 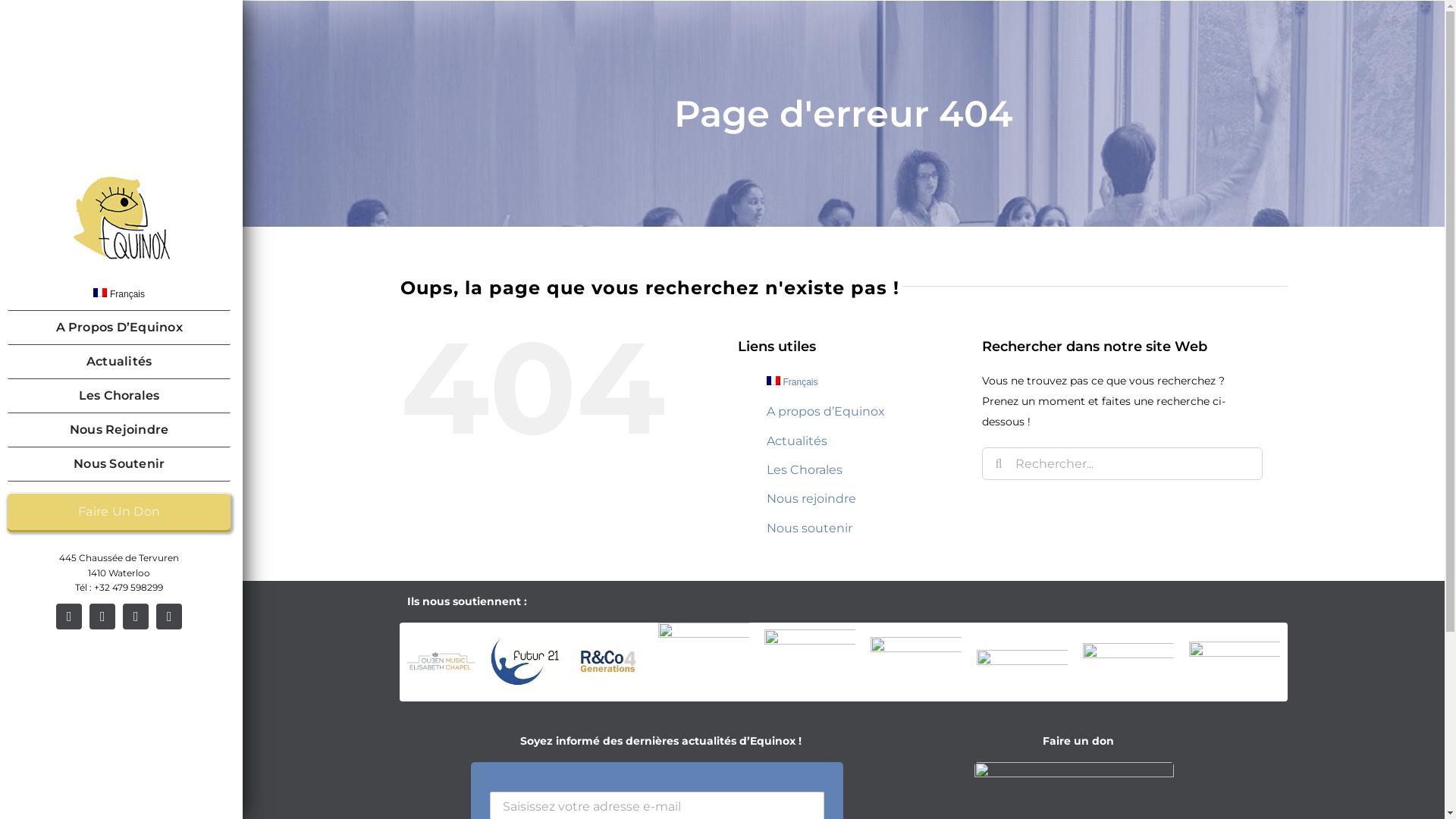 I want to click on 'Les Chorales', so click(x=803, y=469).